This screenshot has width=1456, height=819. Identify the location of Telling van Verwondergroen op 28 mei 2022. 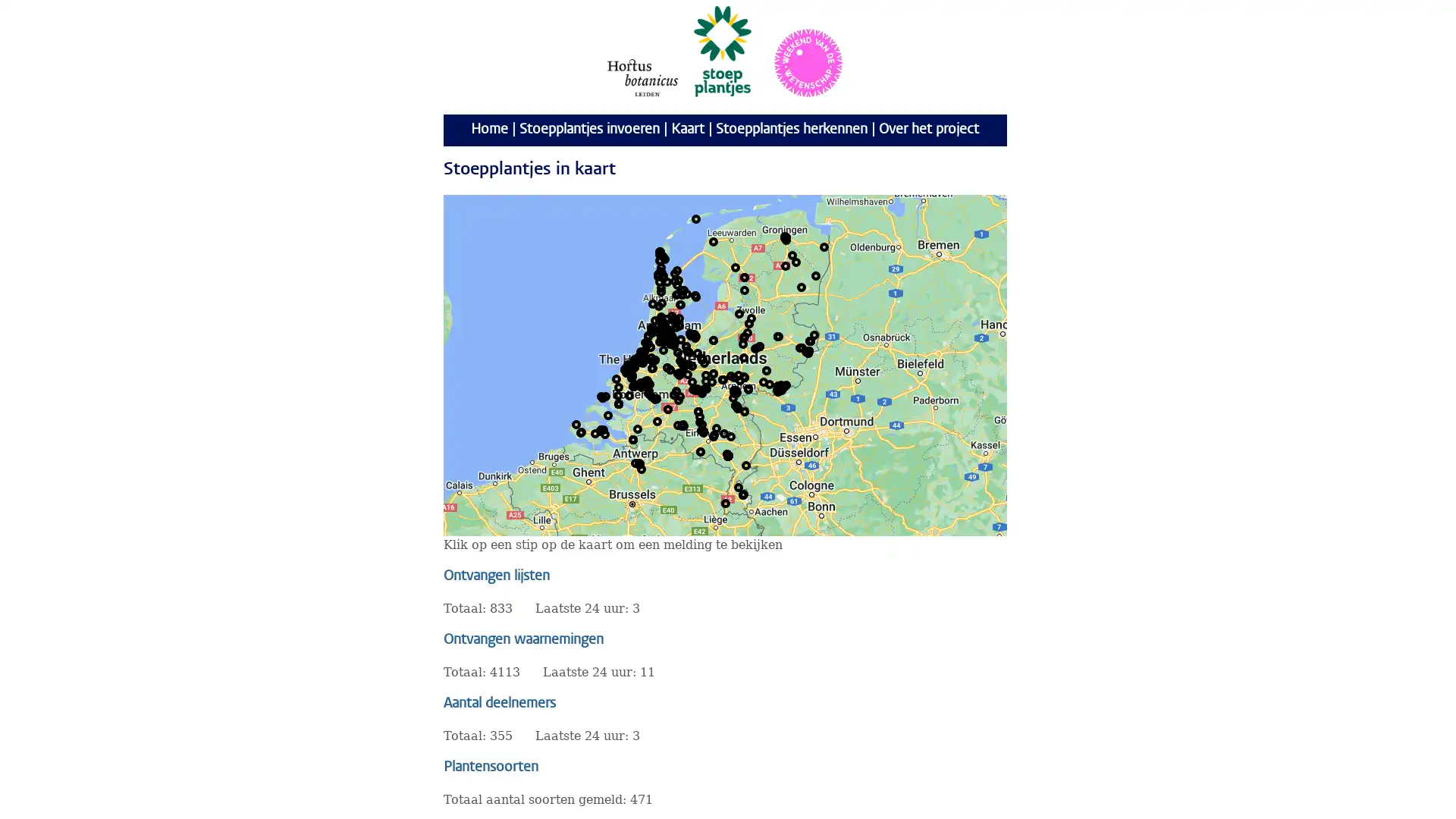
(731, 375).